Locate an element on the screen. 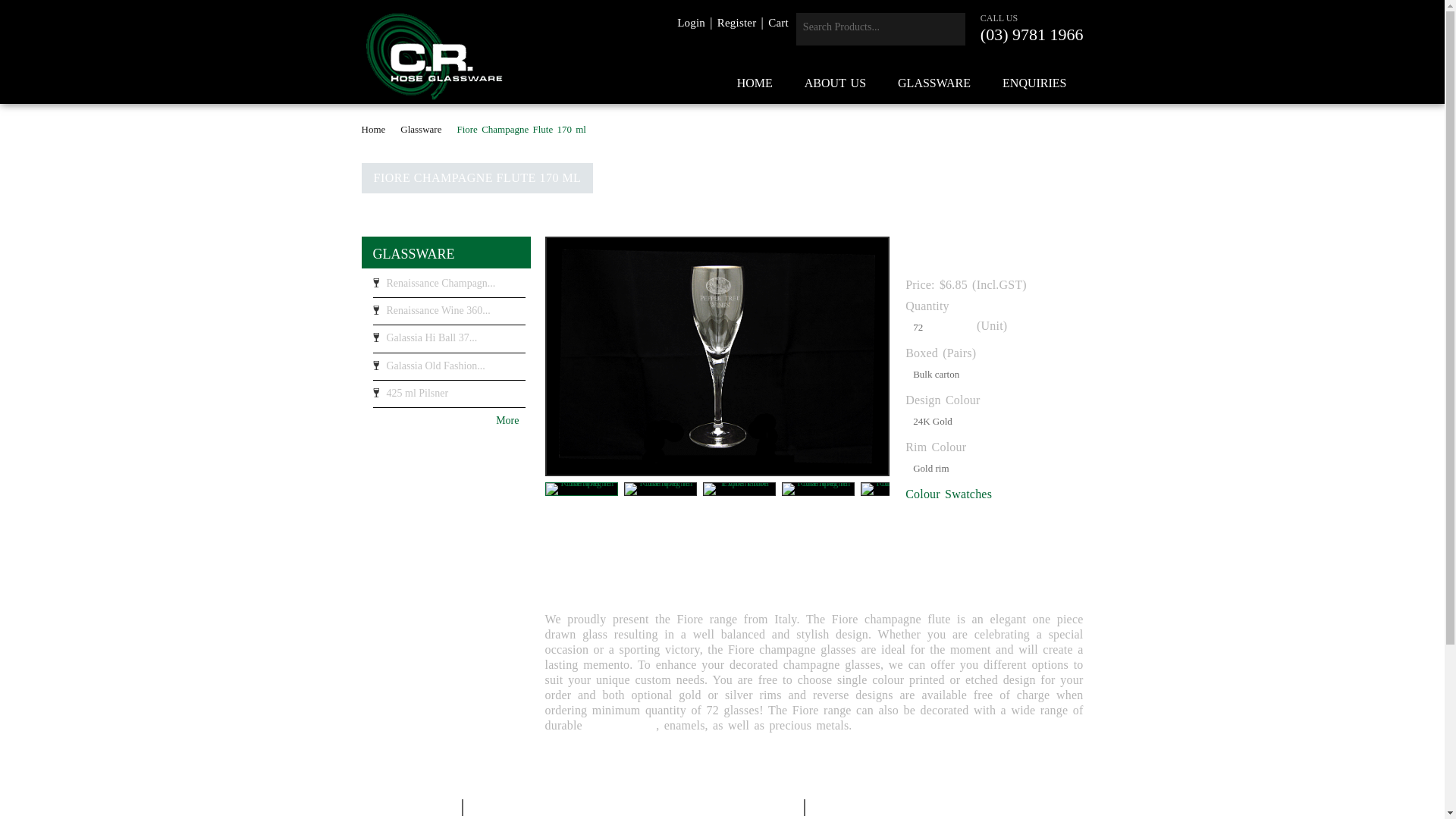 This screenshot has height=819, width=1456. 'Colour Swatches' is located at coordinates (948, 494).